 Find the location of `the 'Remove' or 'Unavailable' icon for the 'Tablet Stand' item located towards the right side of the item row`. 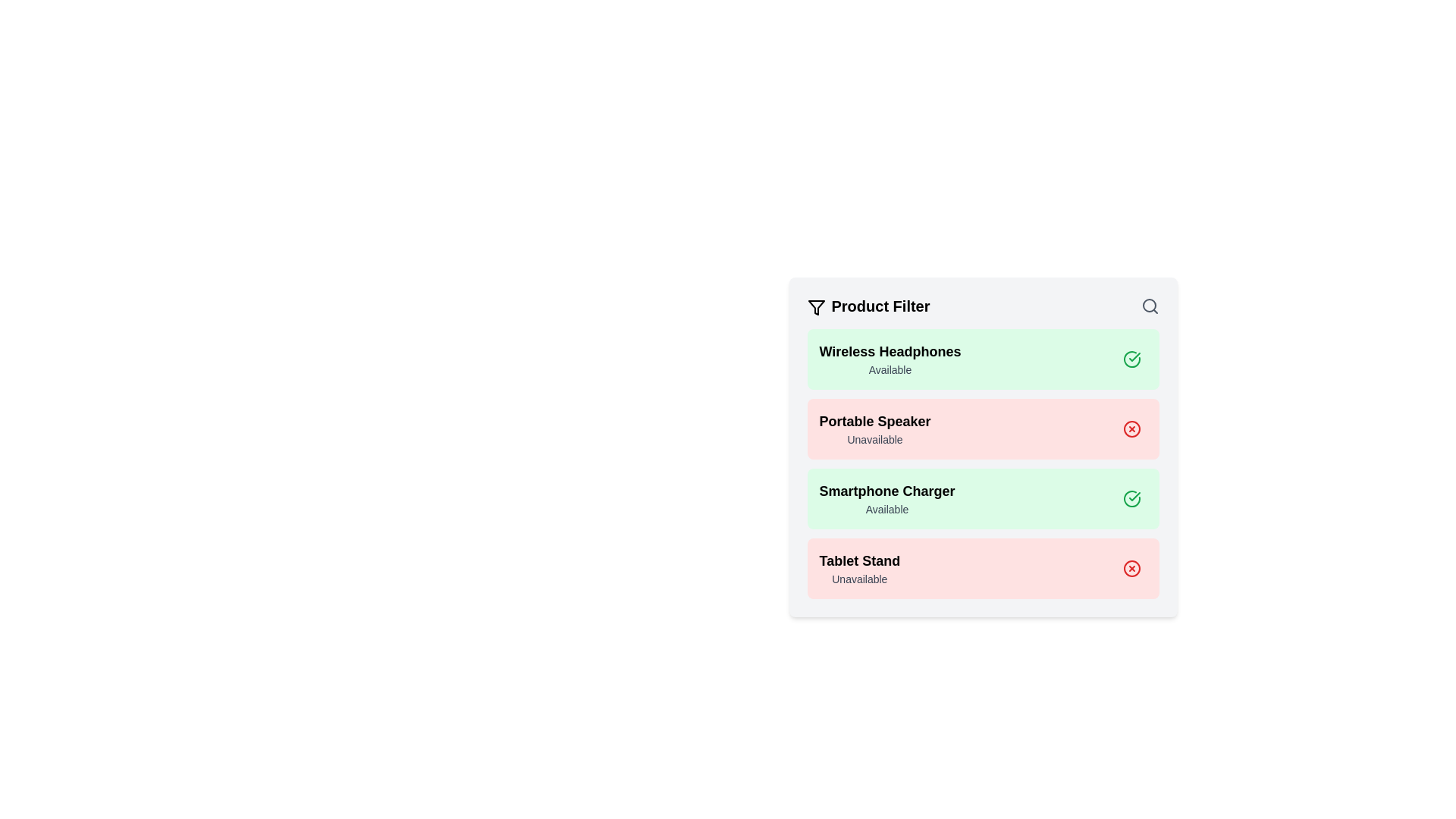

the 'Remove' or 'Unavailable' icon for the 'Tablet Stand' item located towards the right side of the item row is located at coordinates (1131, 568).